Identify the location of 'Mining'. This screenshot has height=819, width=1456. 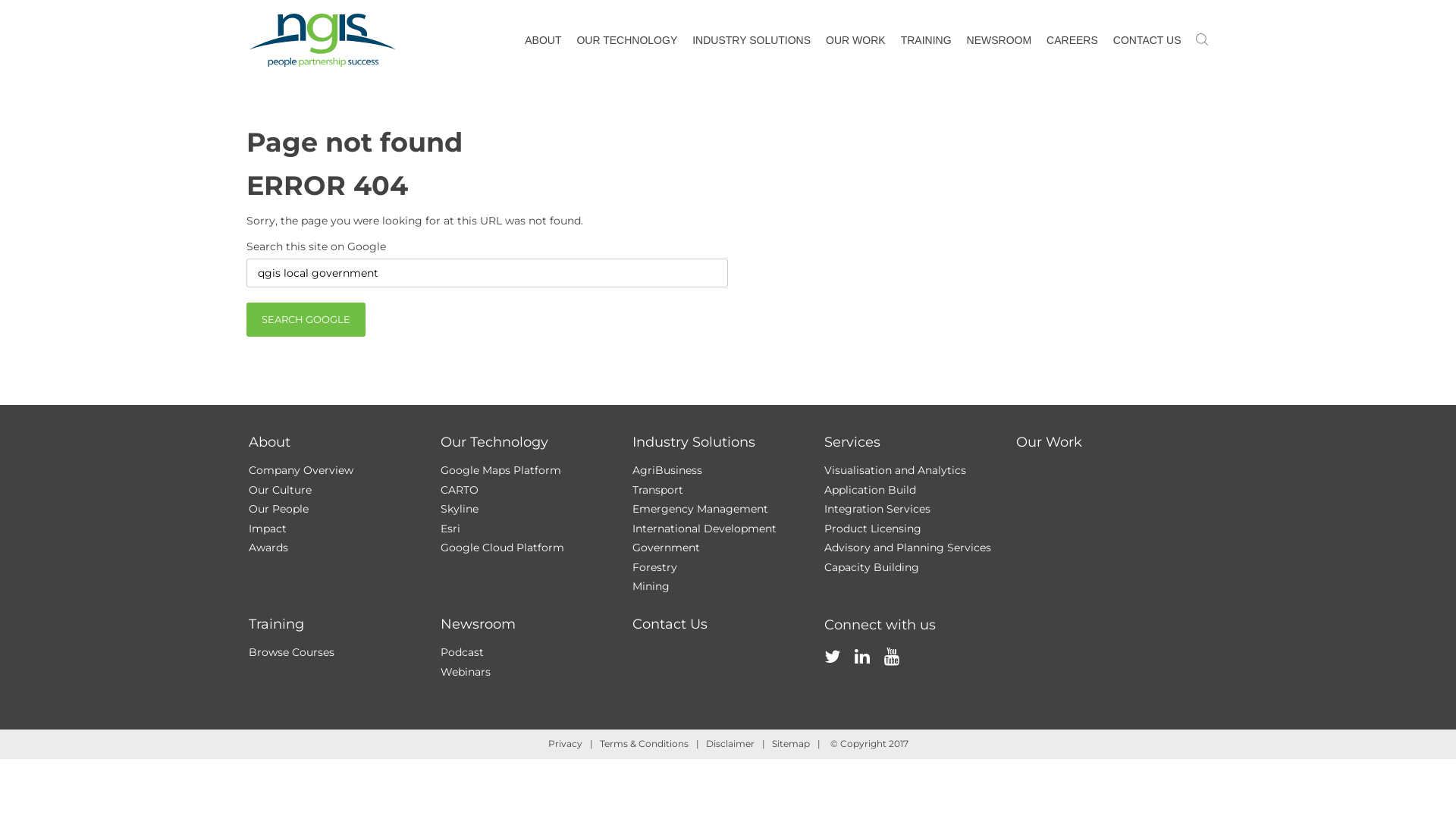
(632, 585).